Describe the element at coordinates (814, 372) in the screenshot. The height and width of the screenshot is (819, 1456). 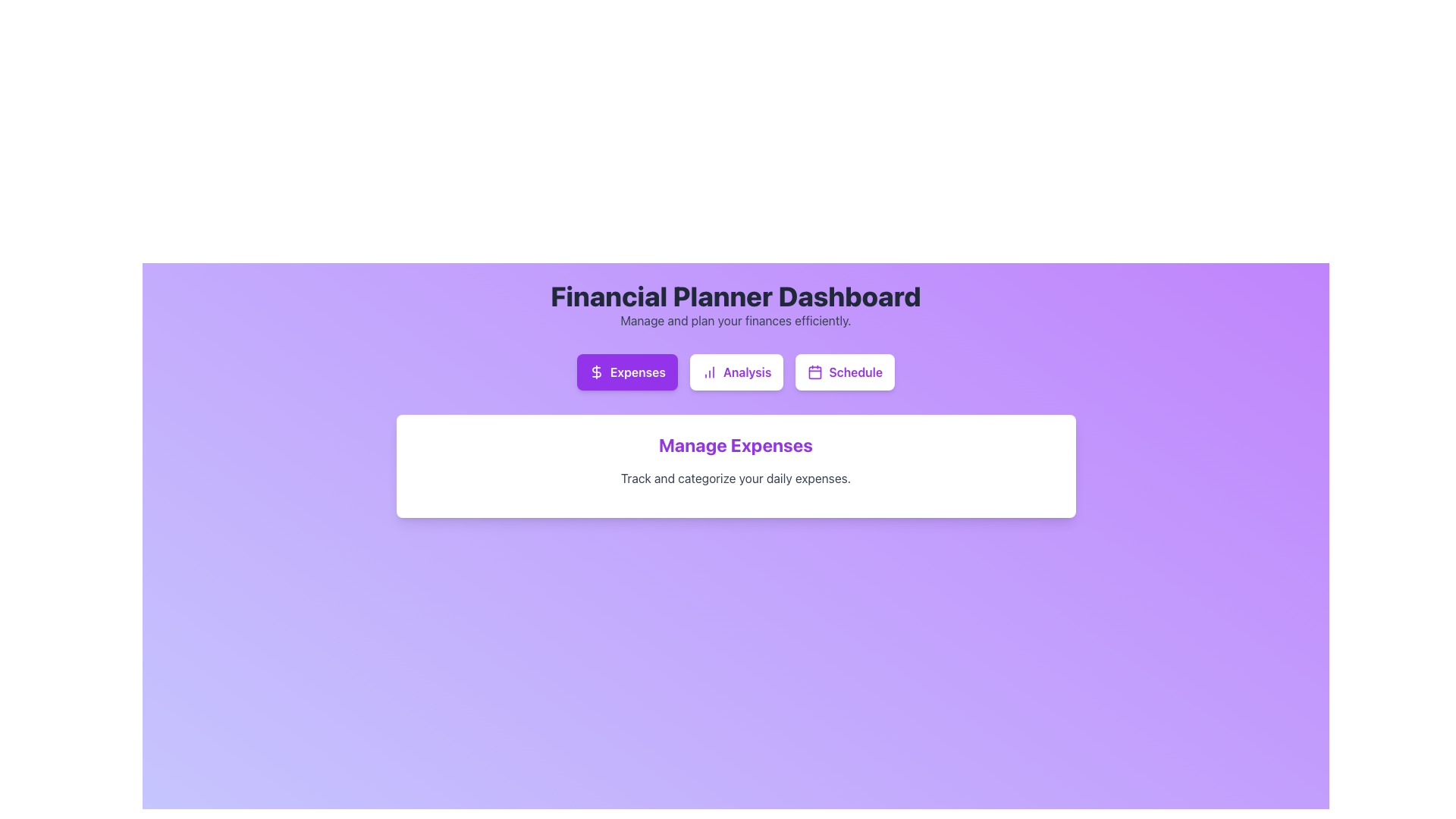
I see `the purple calendar SVG icon located on the left portion of the 'Schedule' button in the upper section of the interface` at that location.